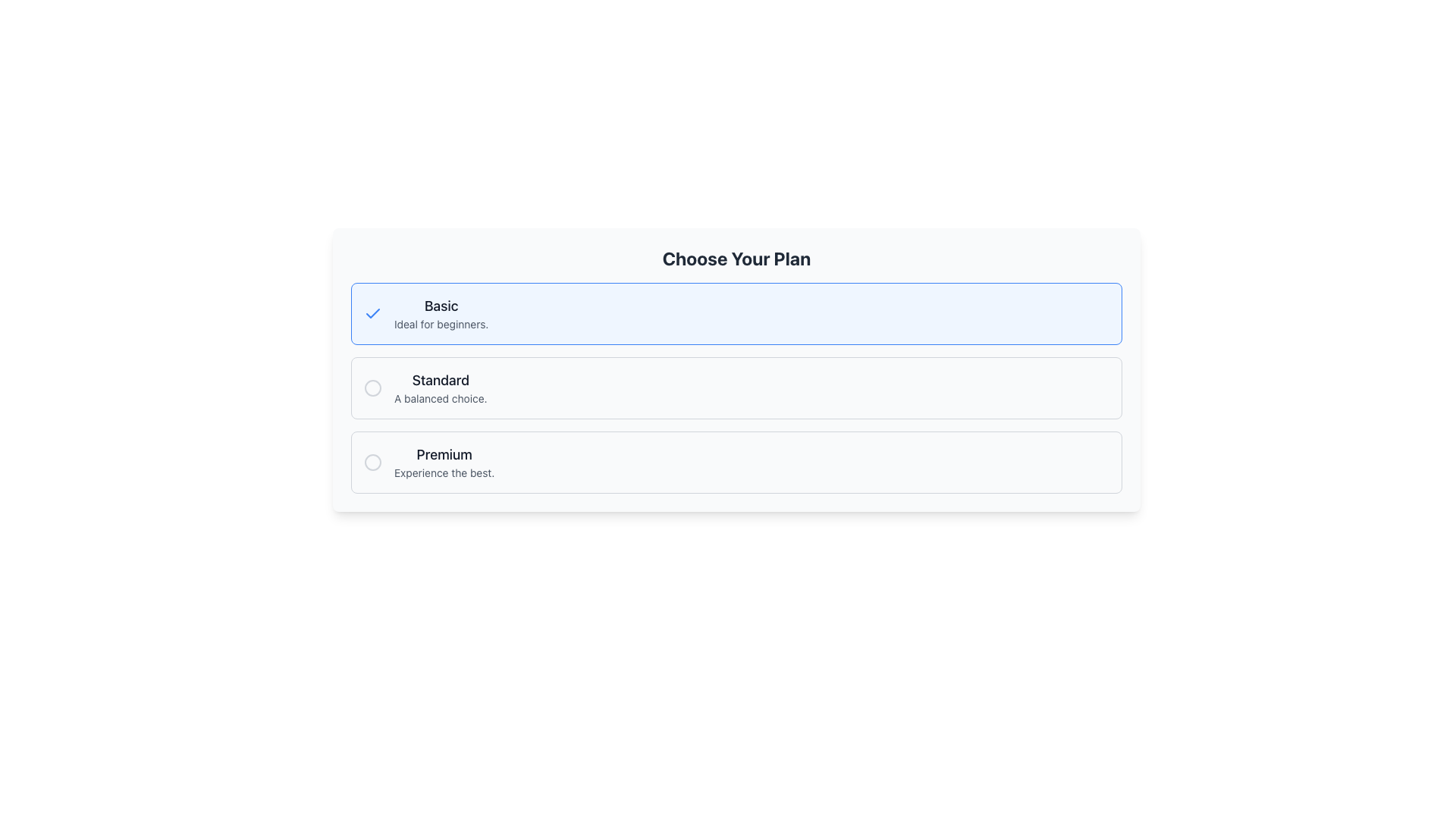 The height and width of the screenshot is (819, 1456). Describe the element at coordinates (372, 461) in the screenshot. I see `the unselected radio button for the 'Premium' plan` at that location.